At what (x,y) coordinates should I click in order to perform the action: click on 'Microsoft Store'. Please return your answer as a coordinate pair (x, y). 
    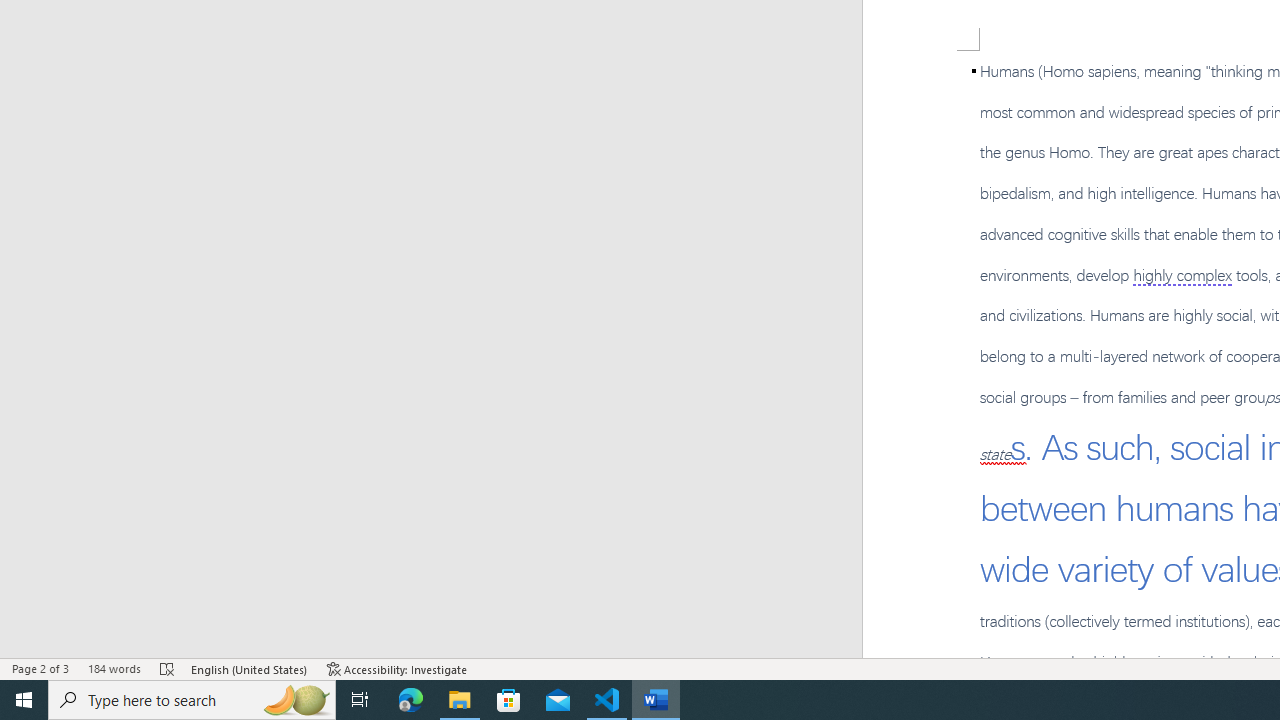
    Looking at the image, I should click on (509, 698).